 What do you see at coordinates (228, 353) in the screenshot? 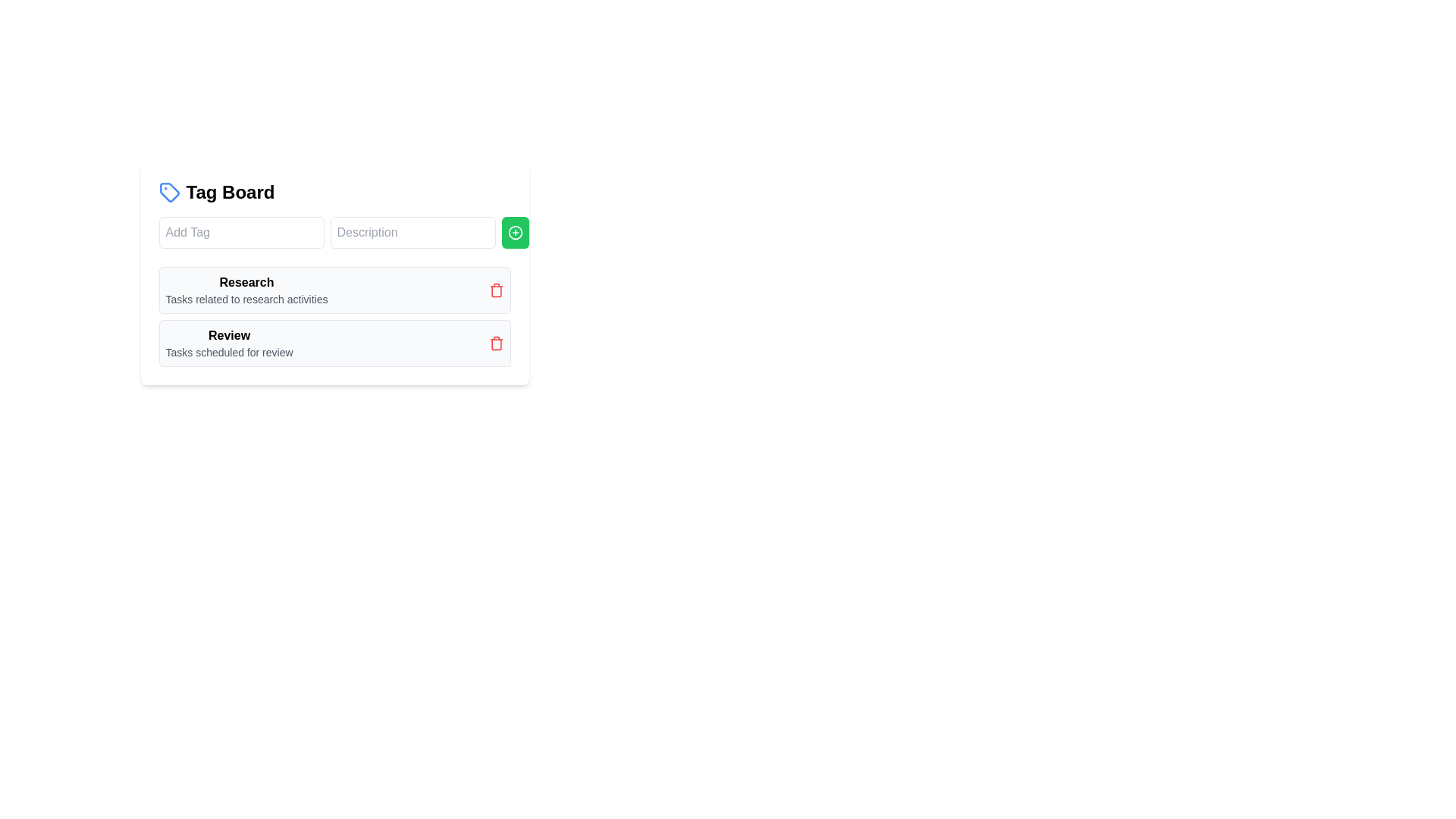
I see `the second text label that provides additional information about the 'Review' section by moving the cursor to its center point` at bounding box center [228, 353].